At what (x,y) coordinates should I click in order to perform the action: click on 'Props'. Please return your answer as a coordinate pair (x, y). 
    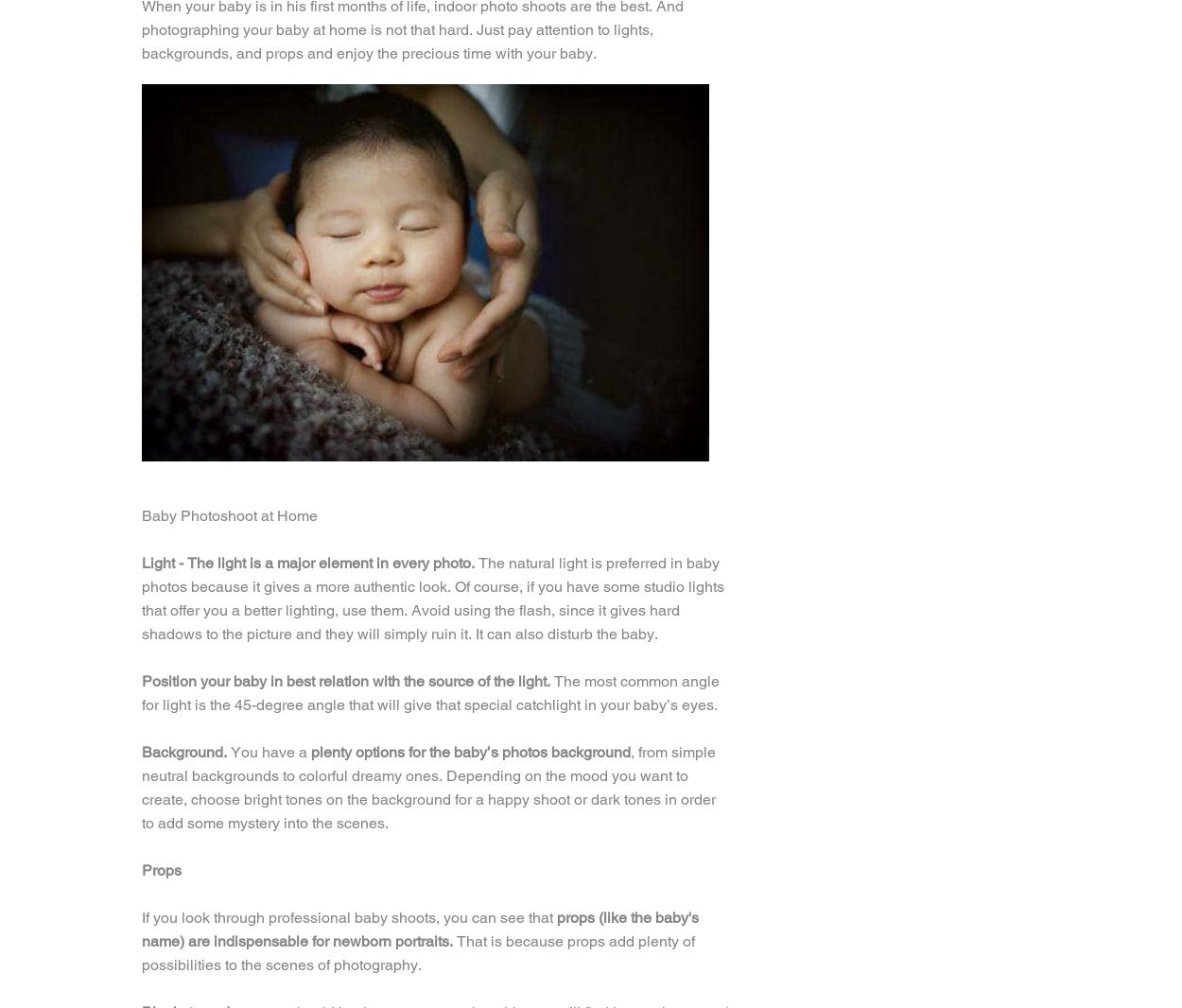
    Looking at the image, I should click on (162, 870).